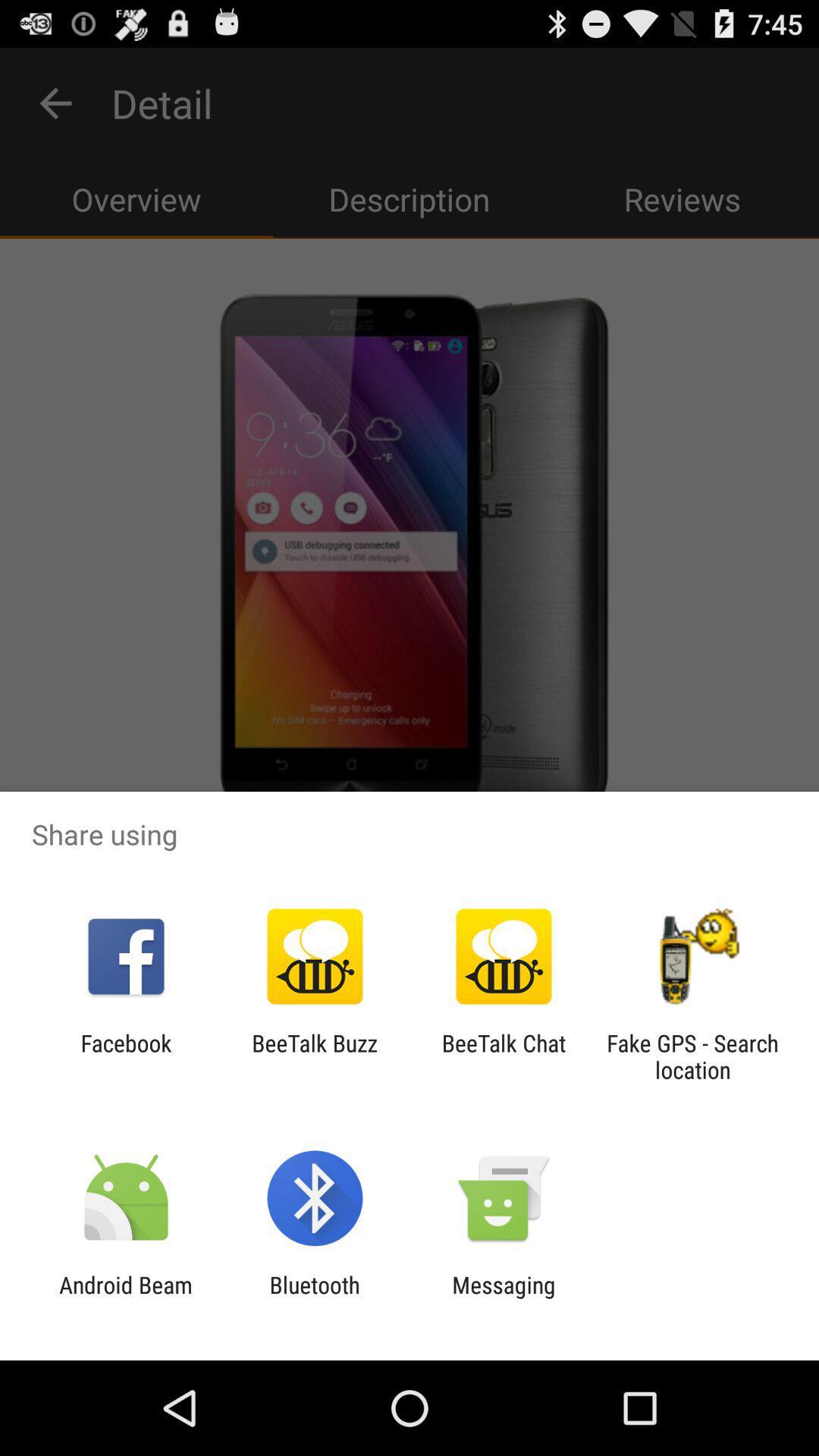 This screenshot has height=1456, width=819. What do you see at coordinates (125, 1056) in the screenshot?
I see `the facebook` at bounding box center [125, 1056].